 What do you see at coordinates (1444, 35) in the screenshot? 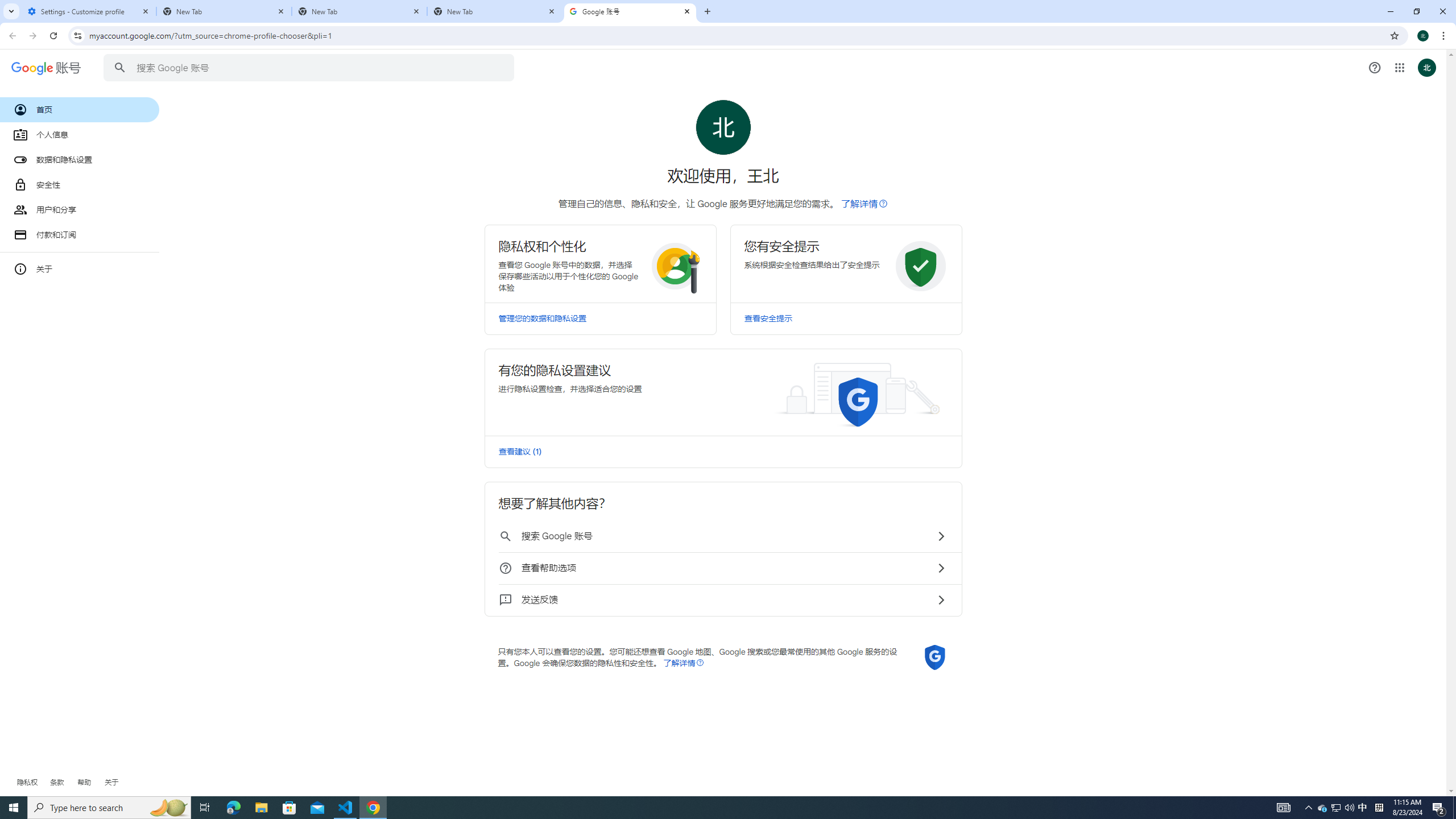
I see `'Chrome'` at bounding box center [1444, 35].